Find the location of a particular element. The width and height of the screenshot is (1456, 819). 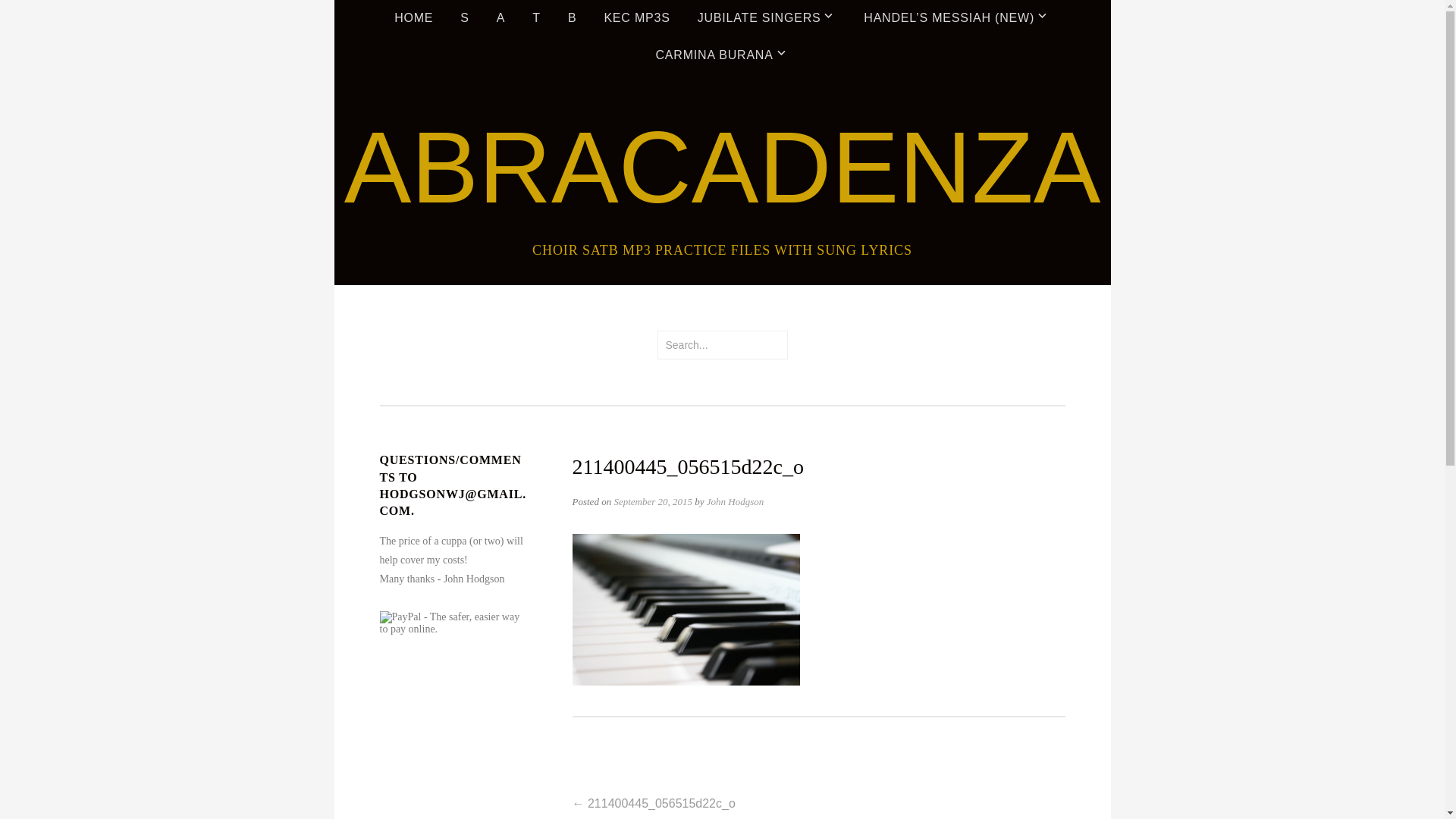

'CARMINA BURANA' is located at coordinates (720, 55).